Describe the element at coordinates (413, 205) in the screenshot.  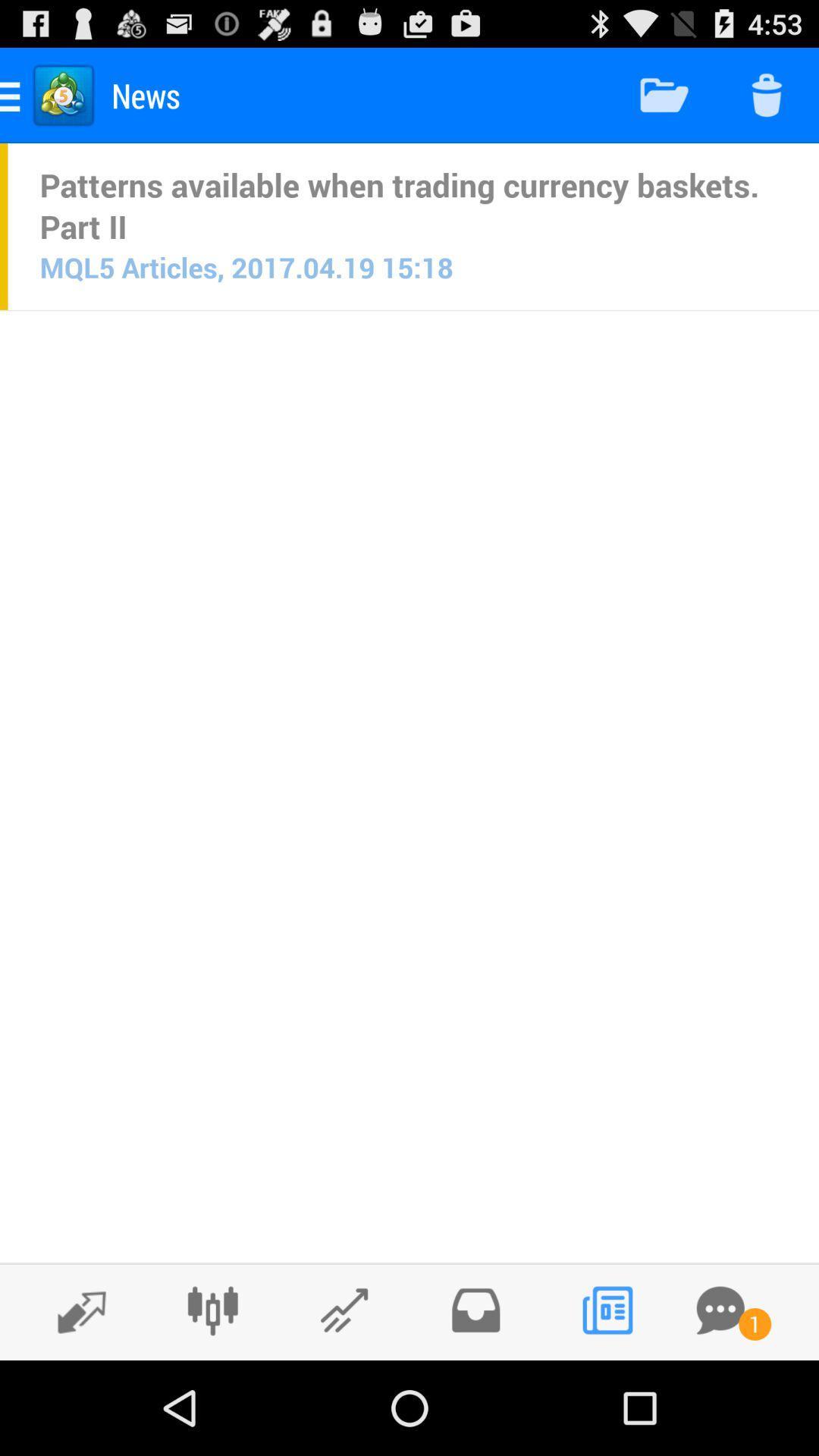
I see `item at the top` at that location.